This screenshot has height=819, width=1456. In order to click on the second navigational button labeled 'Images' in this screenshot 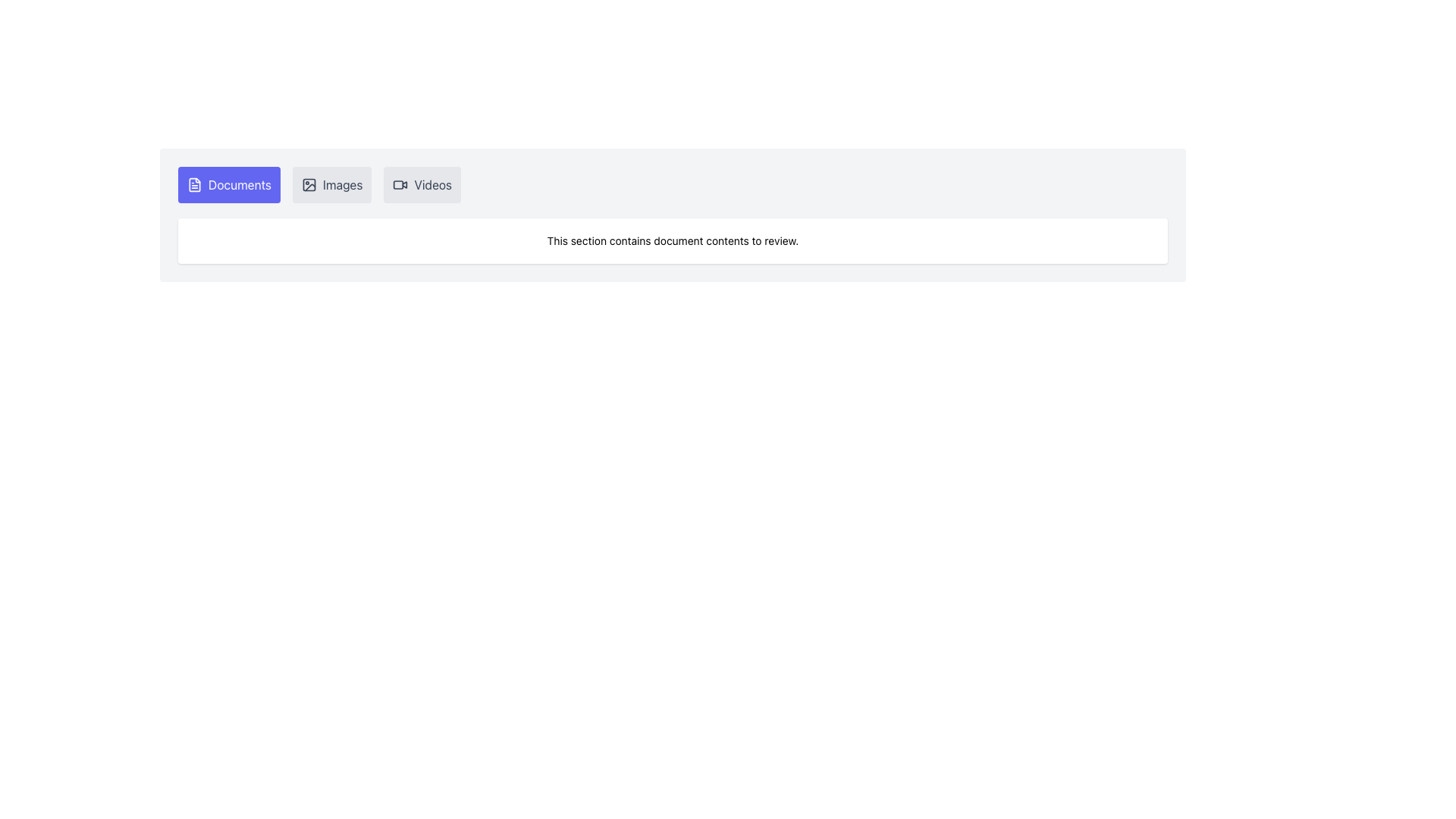, I will do `click(331, 184)`.